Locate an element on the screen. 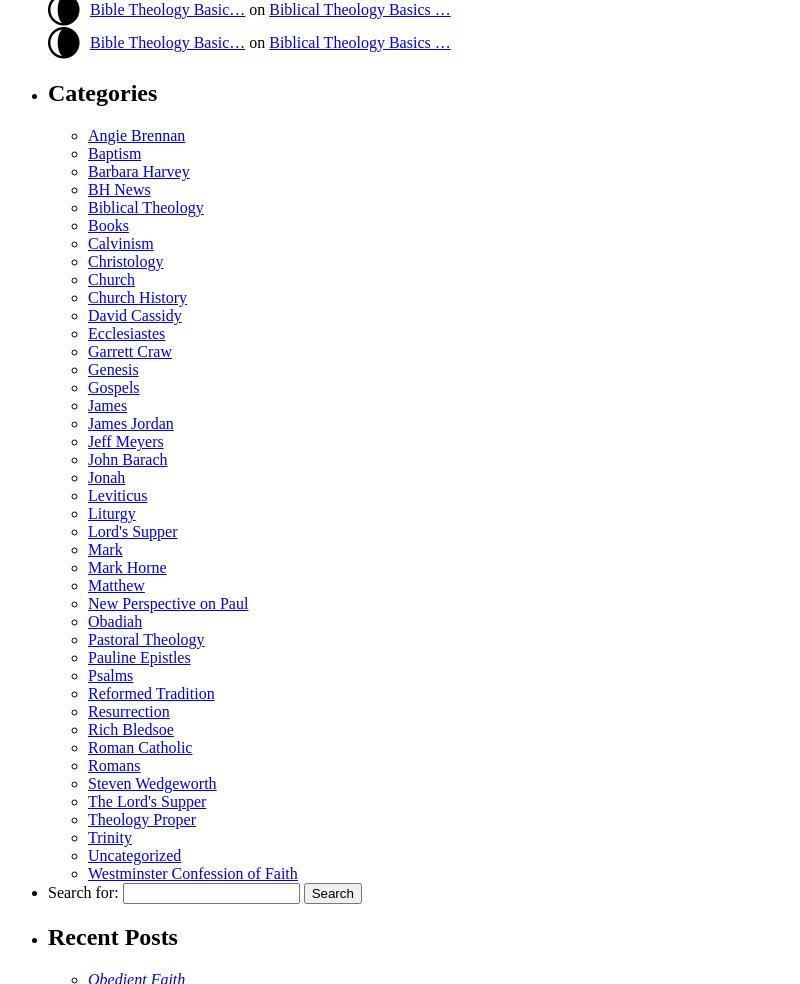 The image size is (800, 984). 'Romans' is located at coordinates (112, 764).